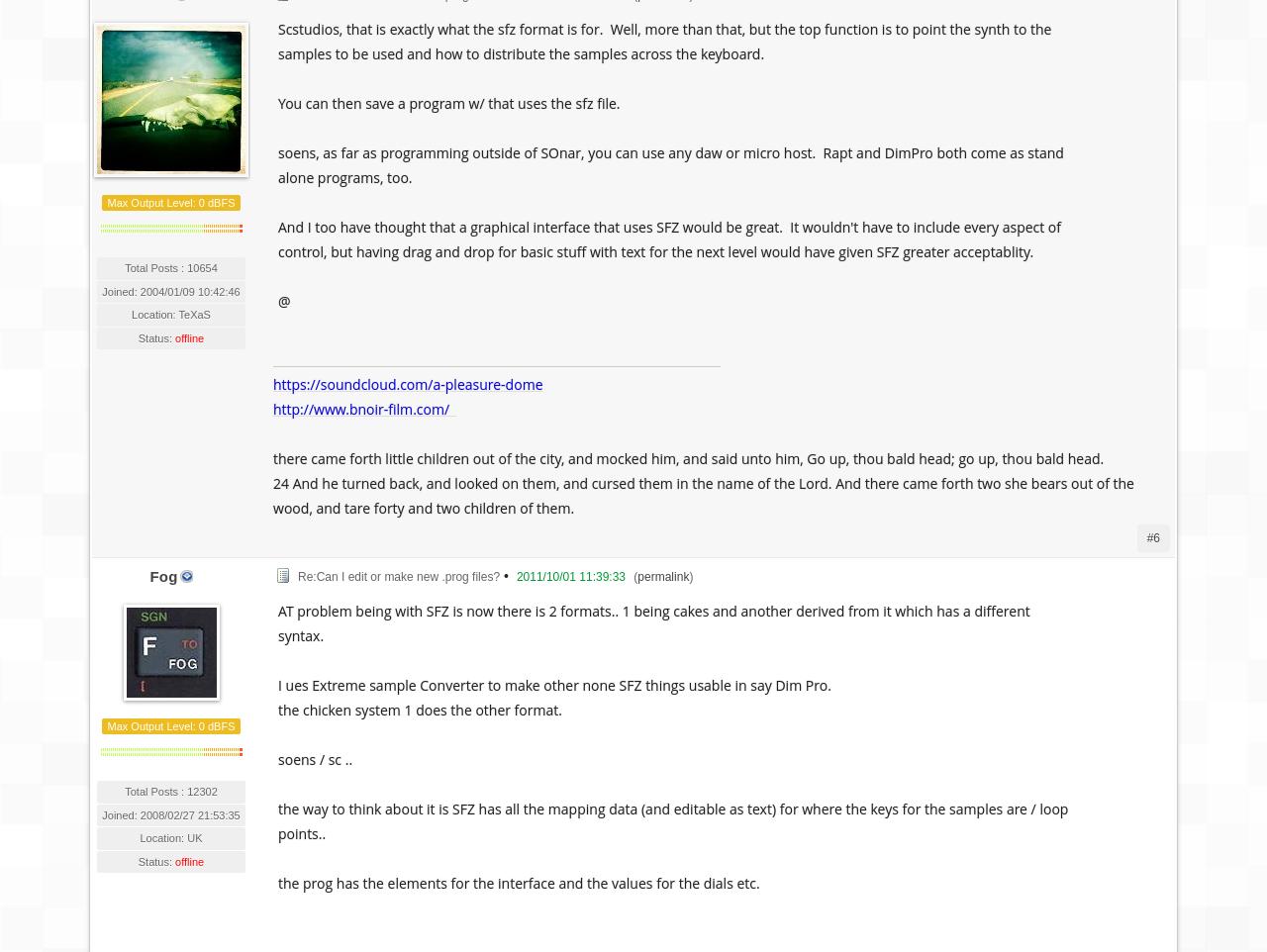 This screenshot has width=1267, height=952. Describe the element at coordinates (170, 314) in the screenshot. I see `'Location: TeXaS'` at that location.